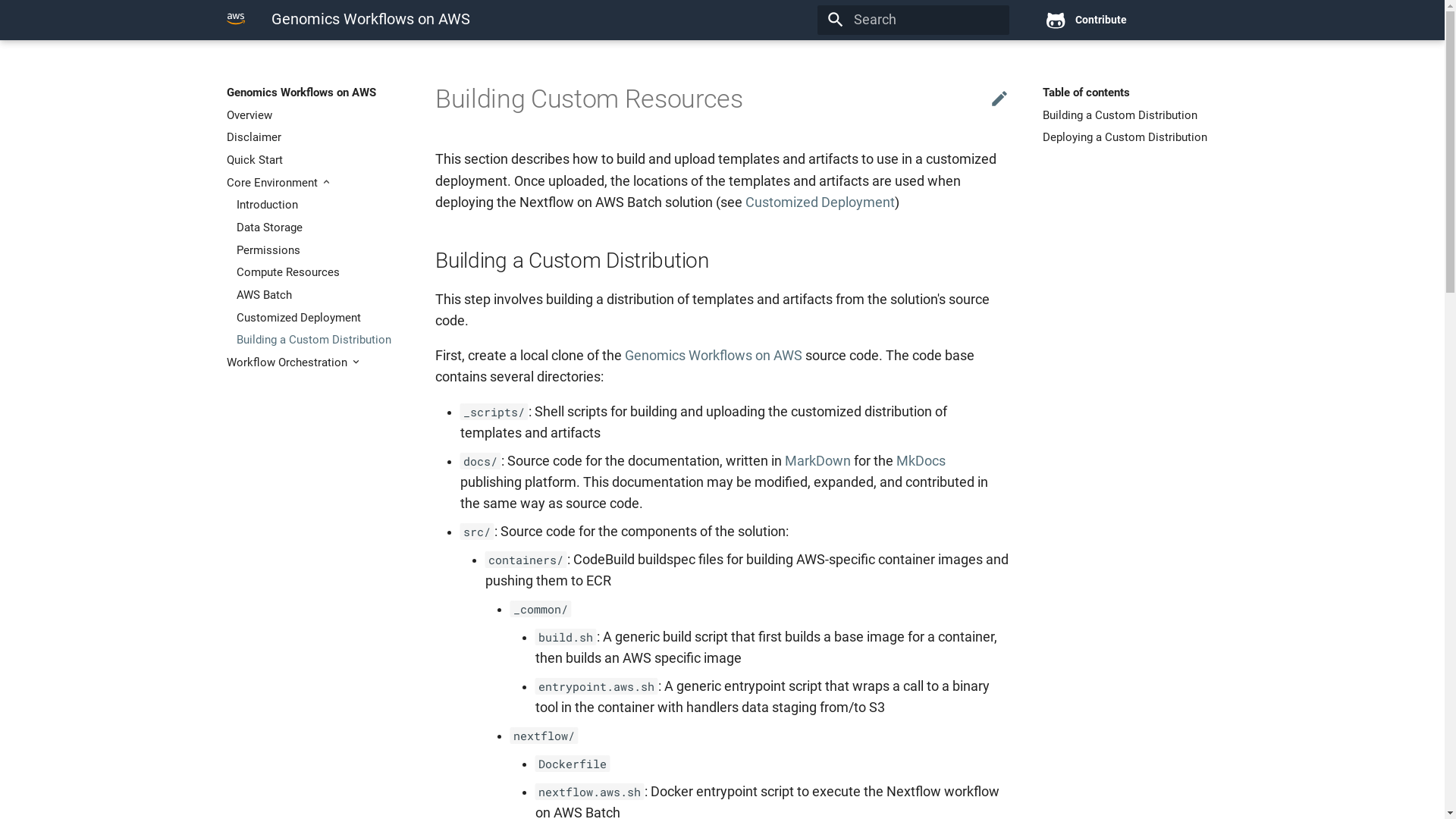 Image resolution: width=1456 pixels, height=819 pixels. I want to click on 'Compute Resources', so click(318, 271).